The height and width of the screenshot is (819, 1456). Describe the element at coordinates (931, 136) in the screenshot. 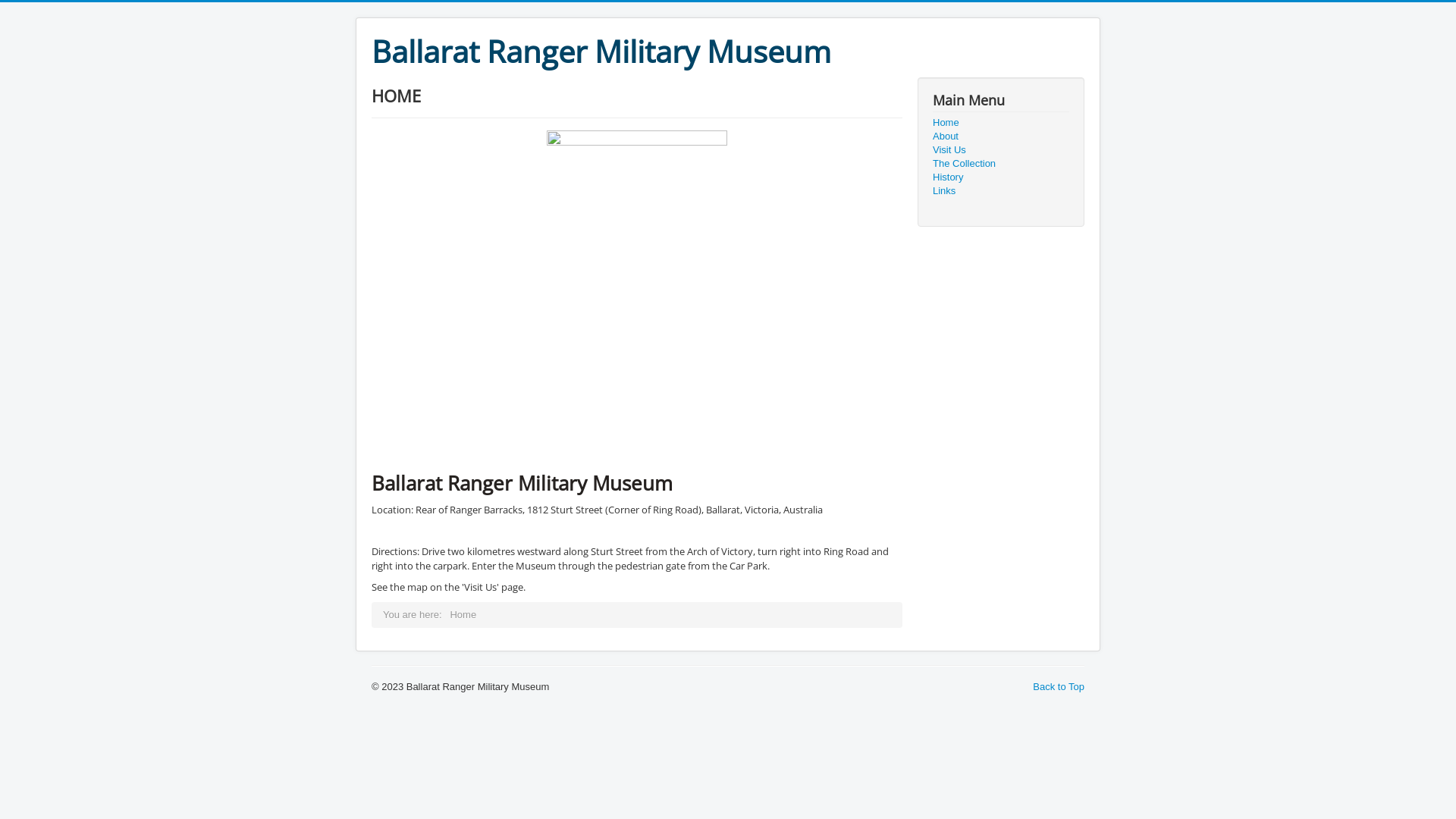

I see `'About'` at that location.